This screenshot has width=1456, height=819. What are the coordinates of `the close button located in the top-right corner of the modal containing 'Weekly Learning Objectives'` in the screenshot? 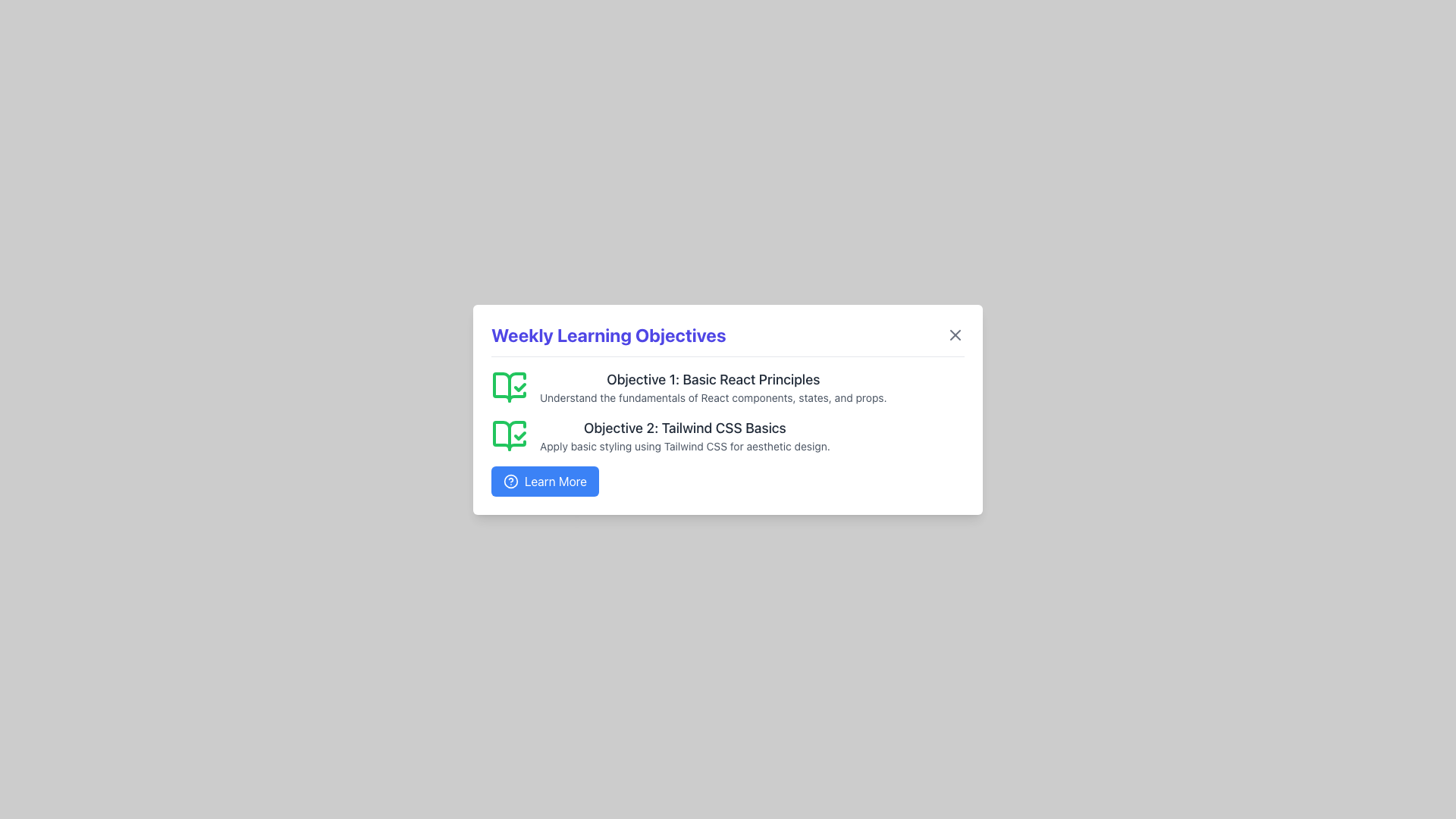 It's located at (954, 334).